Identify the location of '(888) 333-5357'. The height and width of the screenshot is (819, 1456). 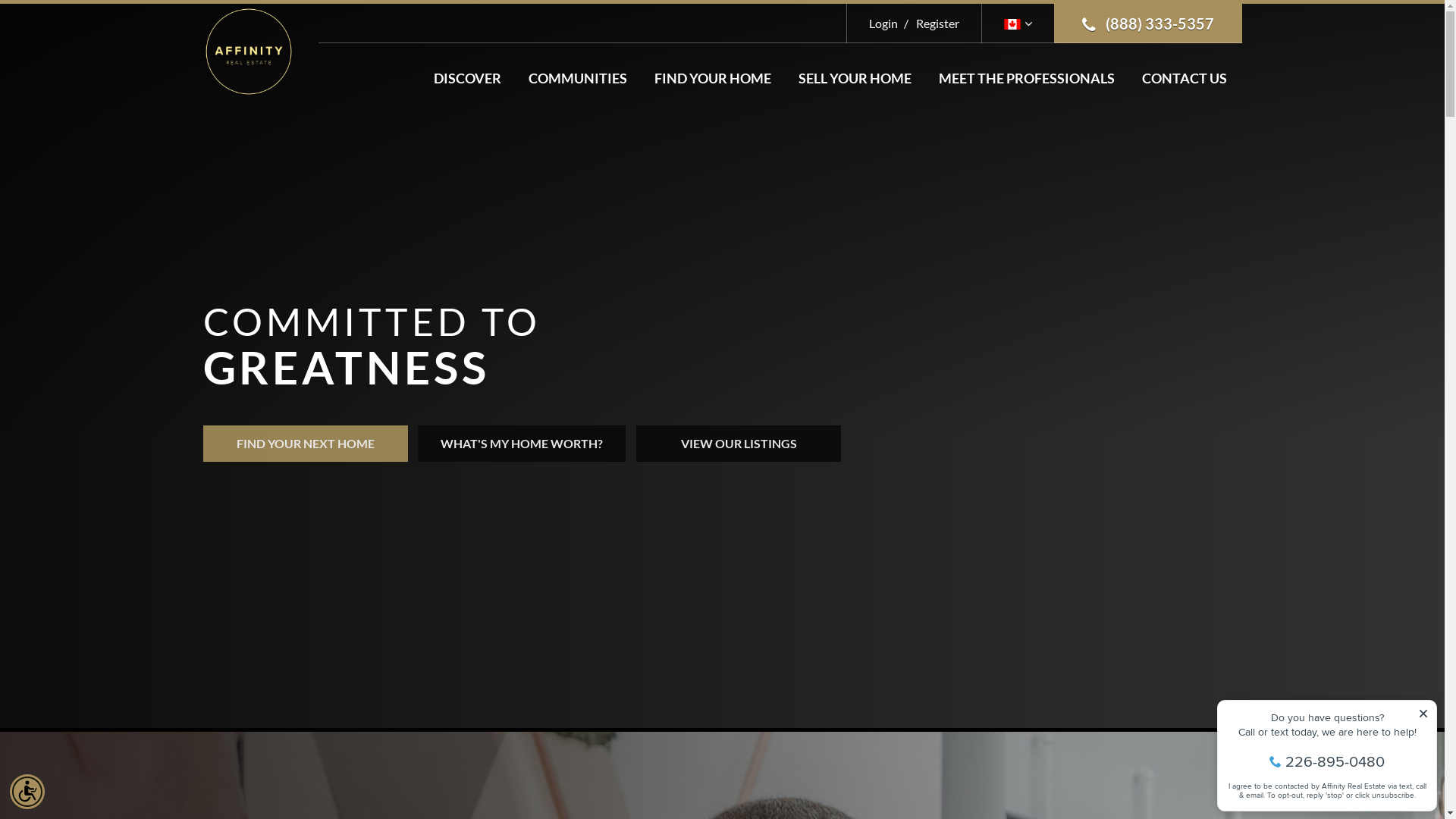
(1147, 23).